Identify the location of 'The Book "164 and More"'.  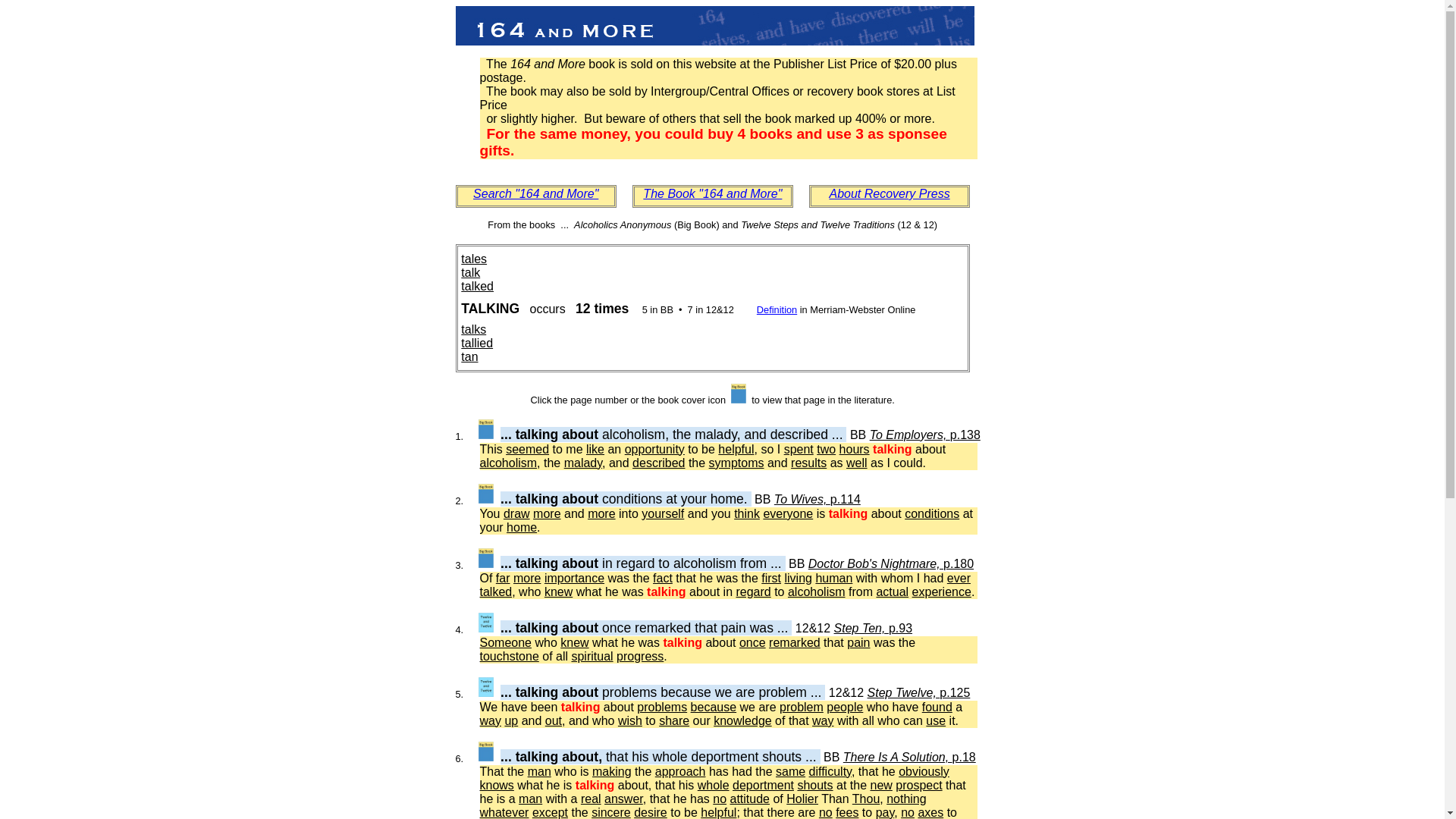
(643, 193).